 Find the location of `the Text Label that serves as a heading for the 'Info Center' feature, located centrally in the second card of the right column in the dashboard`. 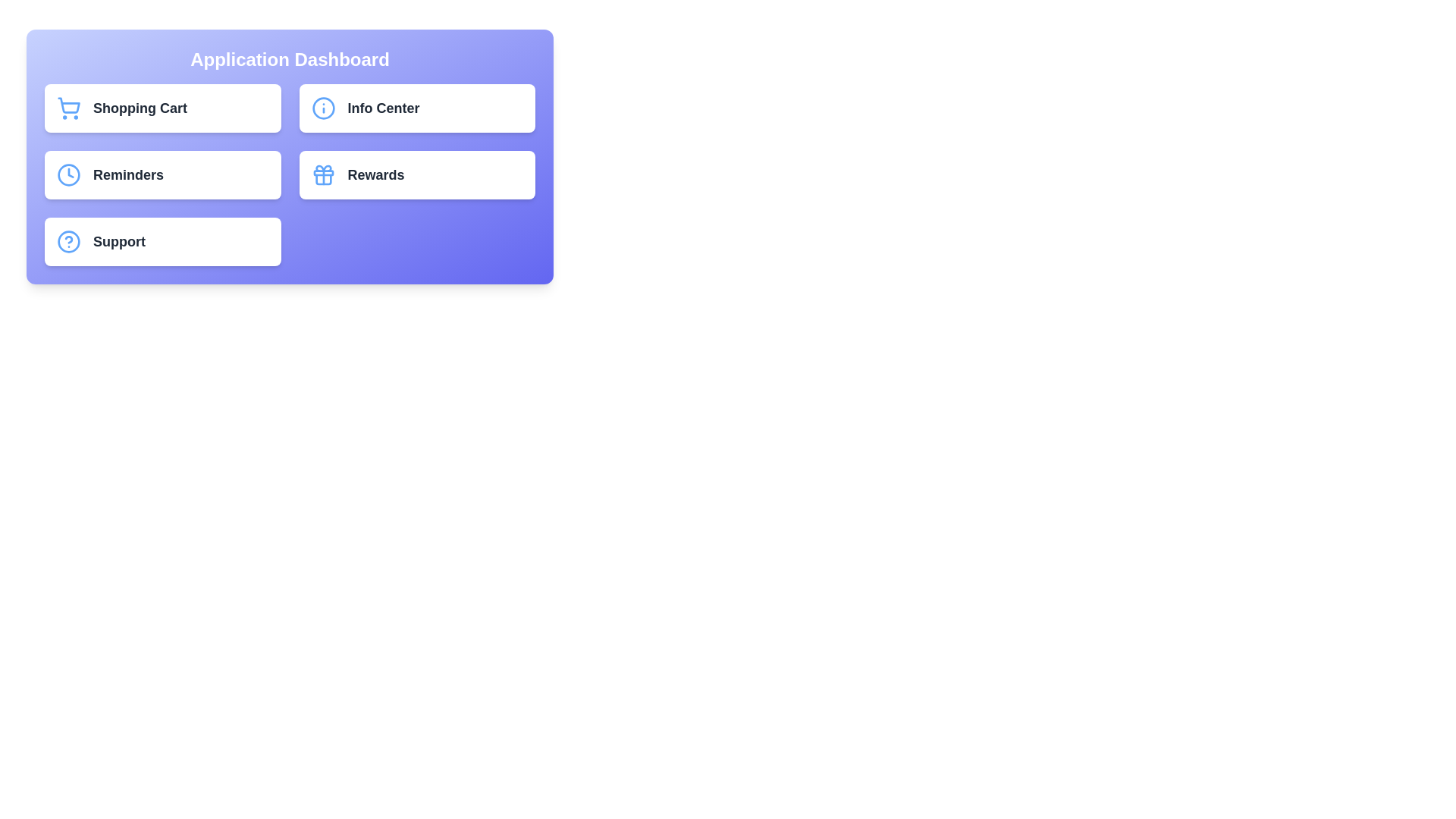

the Text Label that serves as a heading for the 'Info Center' feature, located centrally in the second card of the right column in the dashboard is located at coordinates (383, 107).